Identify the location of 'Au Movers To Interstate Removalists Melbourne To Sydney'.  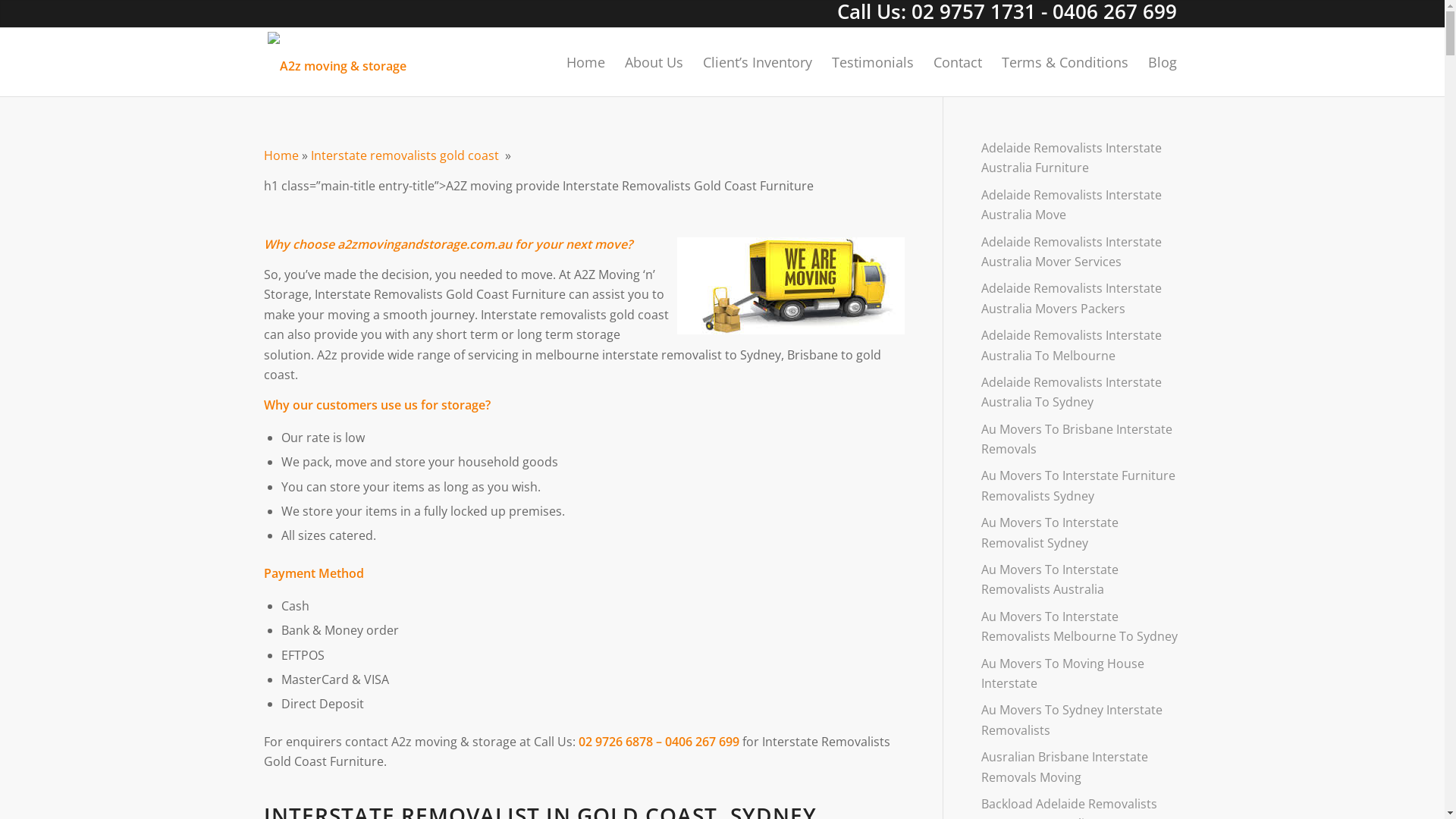
(1080, 626).